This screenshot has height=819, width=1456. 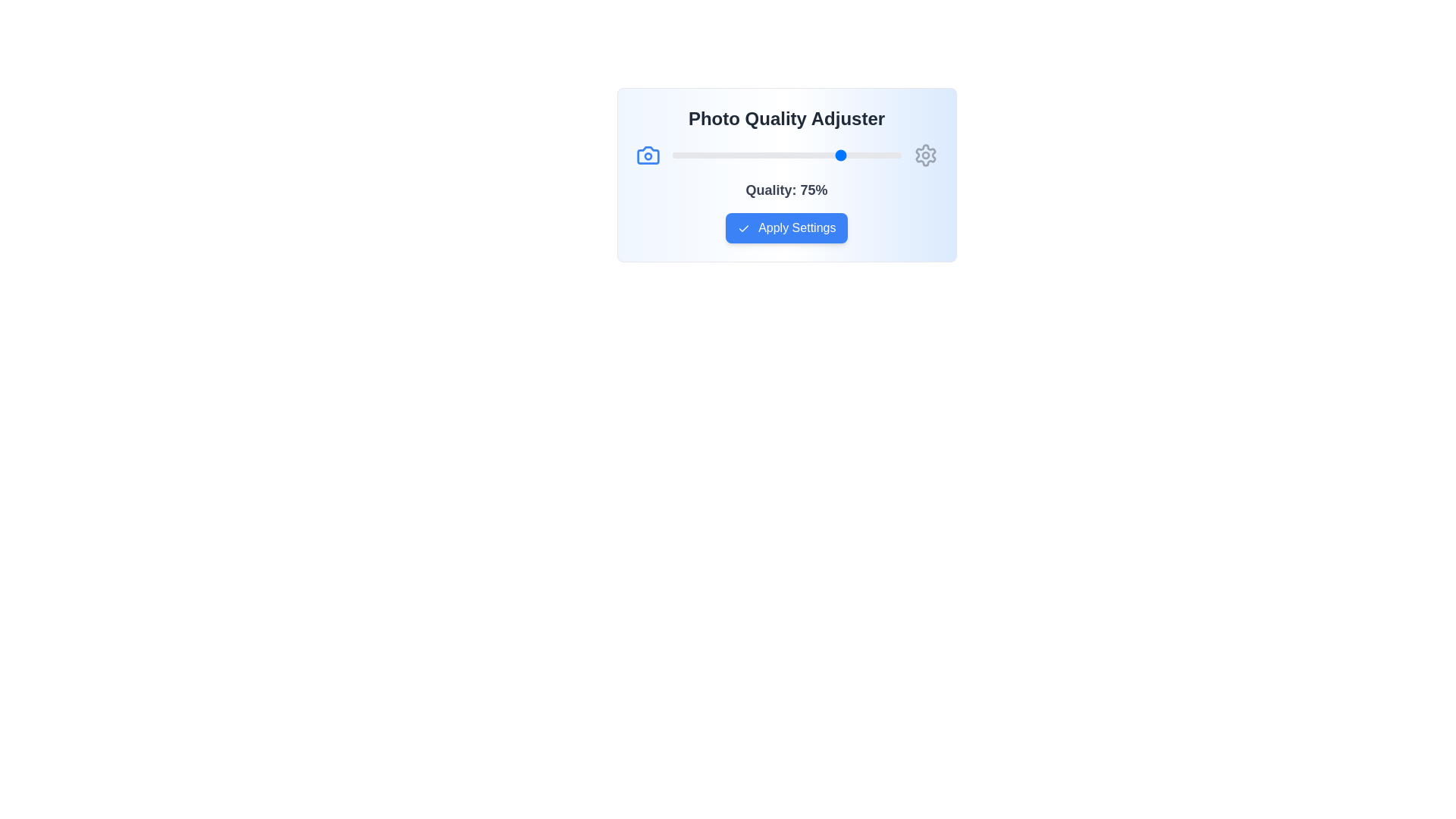 I want to click on the 'Apply Settings' button, so click(x=786, y=227).